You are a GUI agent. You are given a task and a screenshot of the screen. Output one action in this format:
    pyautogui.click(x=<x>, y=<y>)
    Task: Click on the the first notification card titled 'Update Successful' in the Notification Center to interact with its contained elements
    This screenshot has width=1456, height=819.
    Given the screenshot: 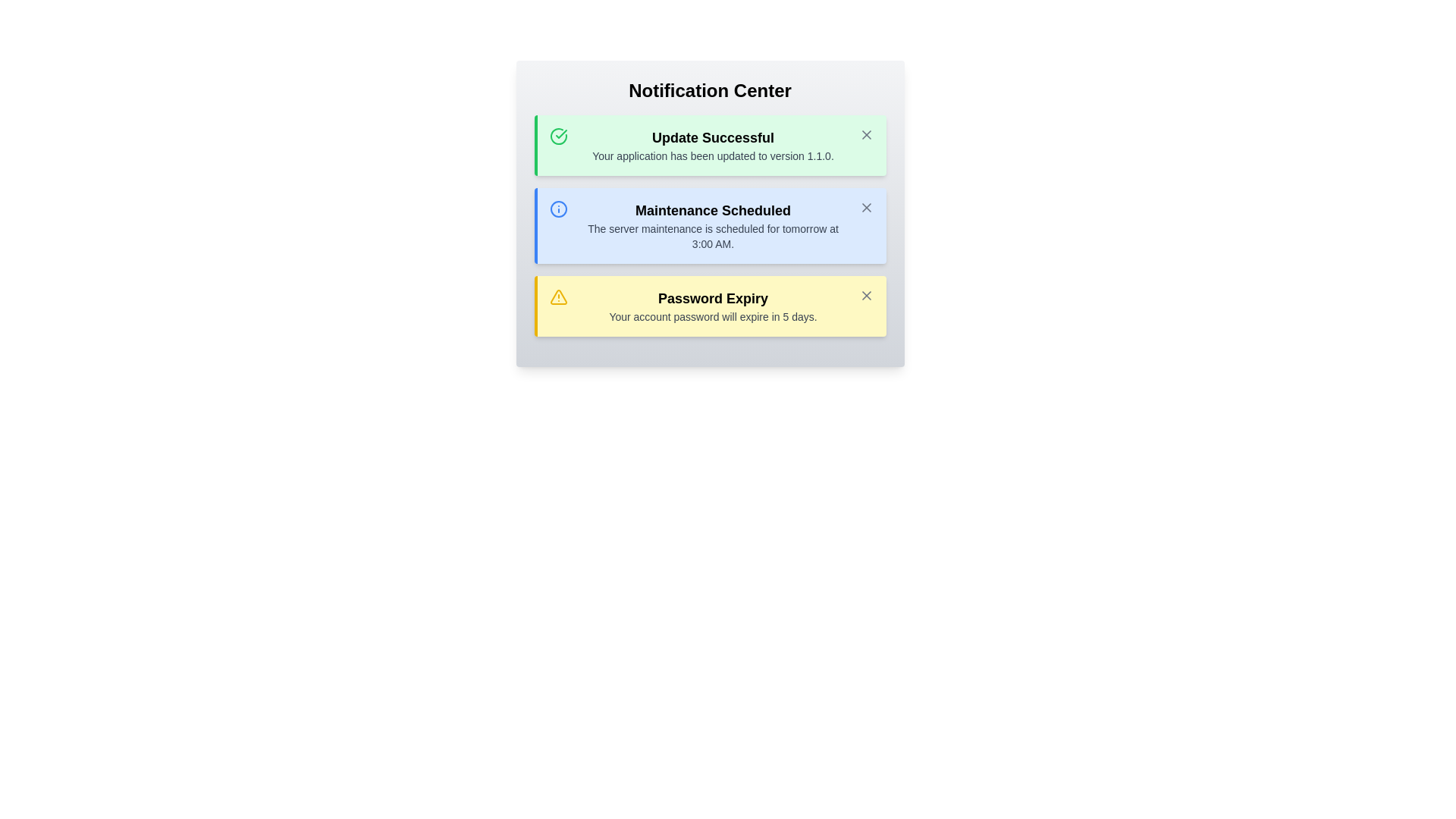 What is the action you would take?
    pyautogui.click(x=709, y=146)
    